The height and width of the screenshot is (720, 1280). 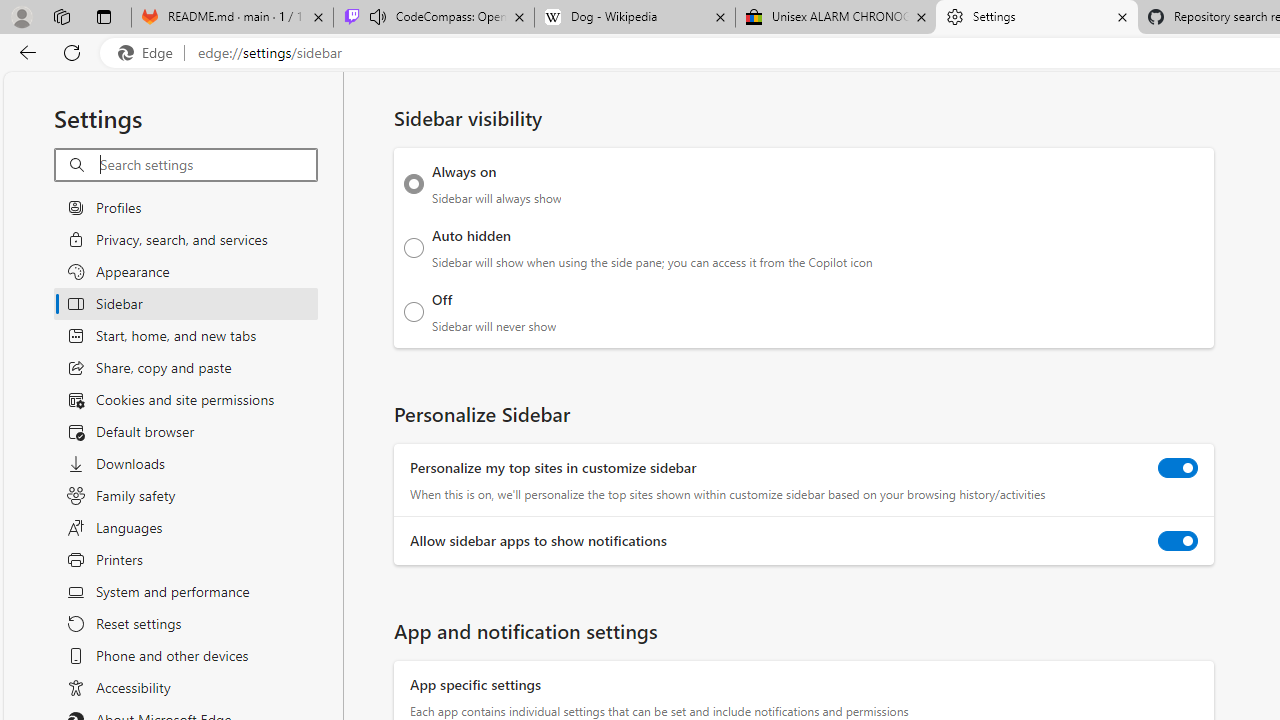 What do you see at coordinates (1178, 468) in the screenshot?
I see `'Personalize my top sites in customize sidebar'` at bounding box center [1178, 468].